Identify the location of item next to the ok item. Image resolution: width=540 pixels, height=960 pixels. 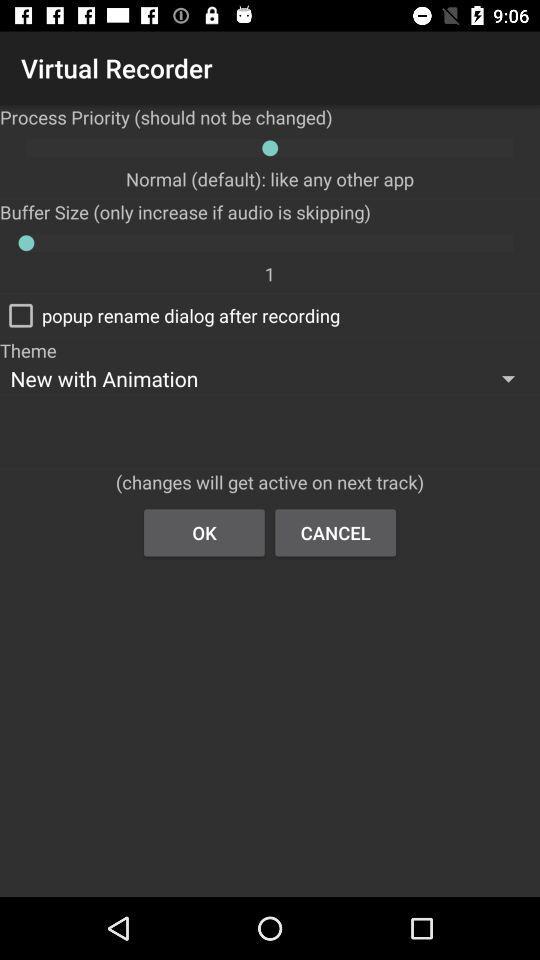
(335, 531).